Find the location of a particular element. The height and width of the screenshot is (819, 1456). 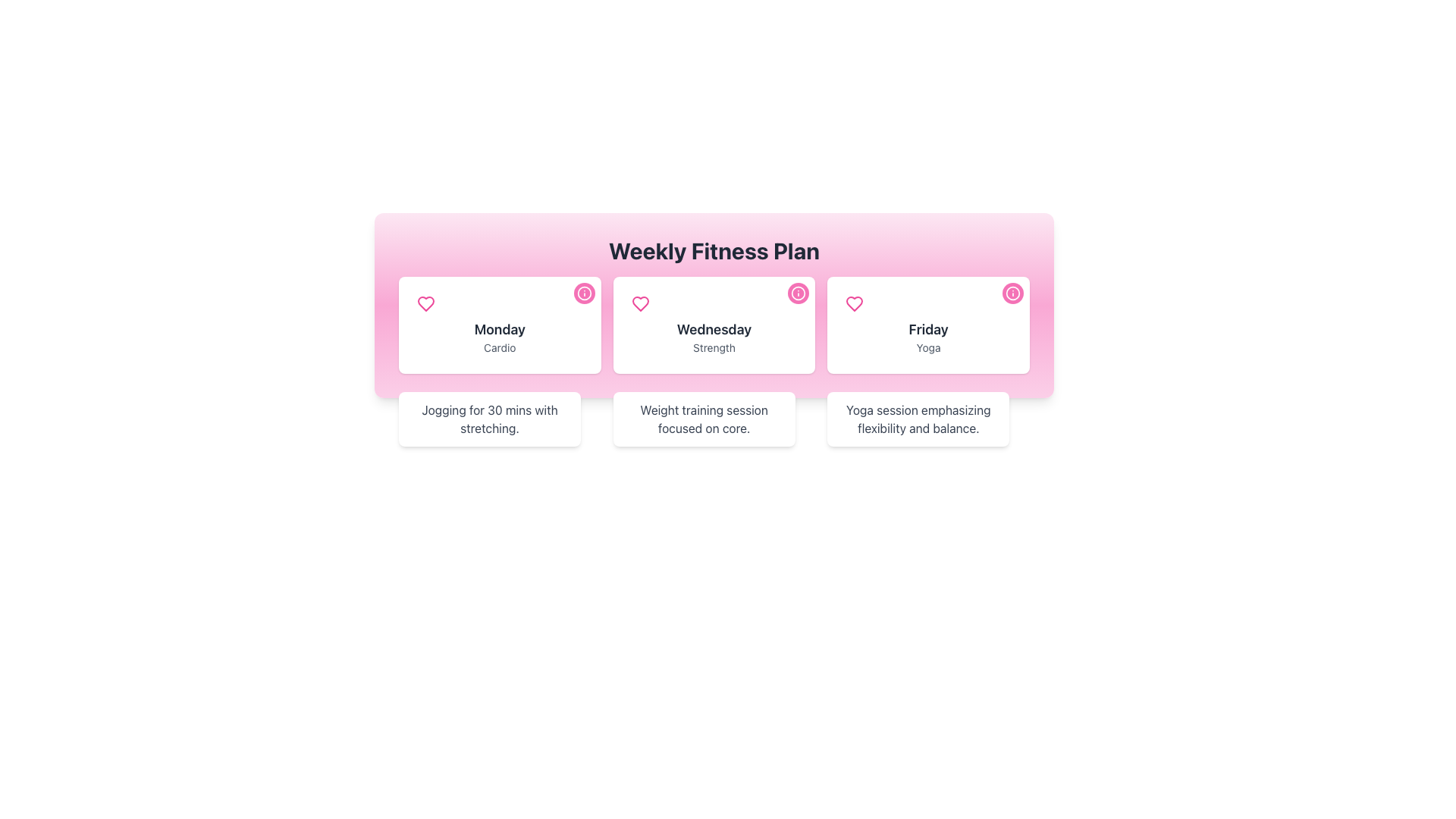

the heart-shaped icon outlined in pink to like or favorite the 'Monday' cardio card in the 'Weekly Fitness Plan' UI group is located at coordinates (425, 304).